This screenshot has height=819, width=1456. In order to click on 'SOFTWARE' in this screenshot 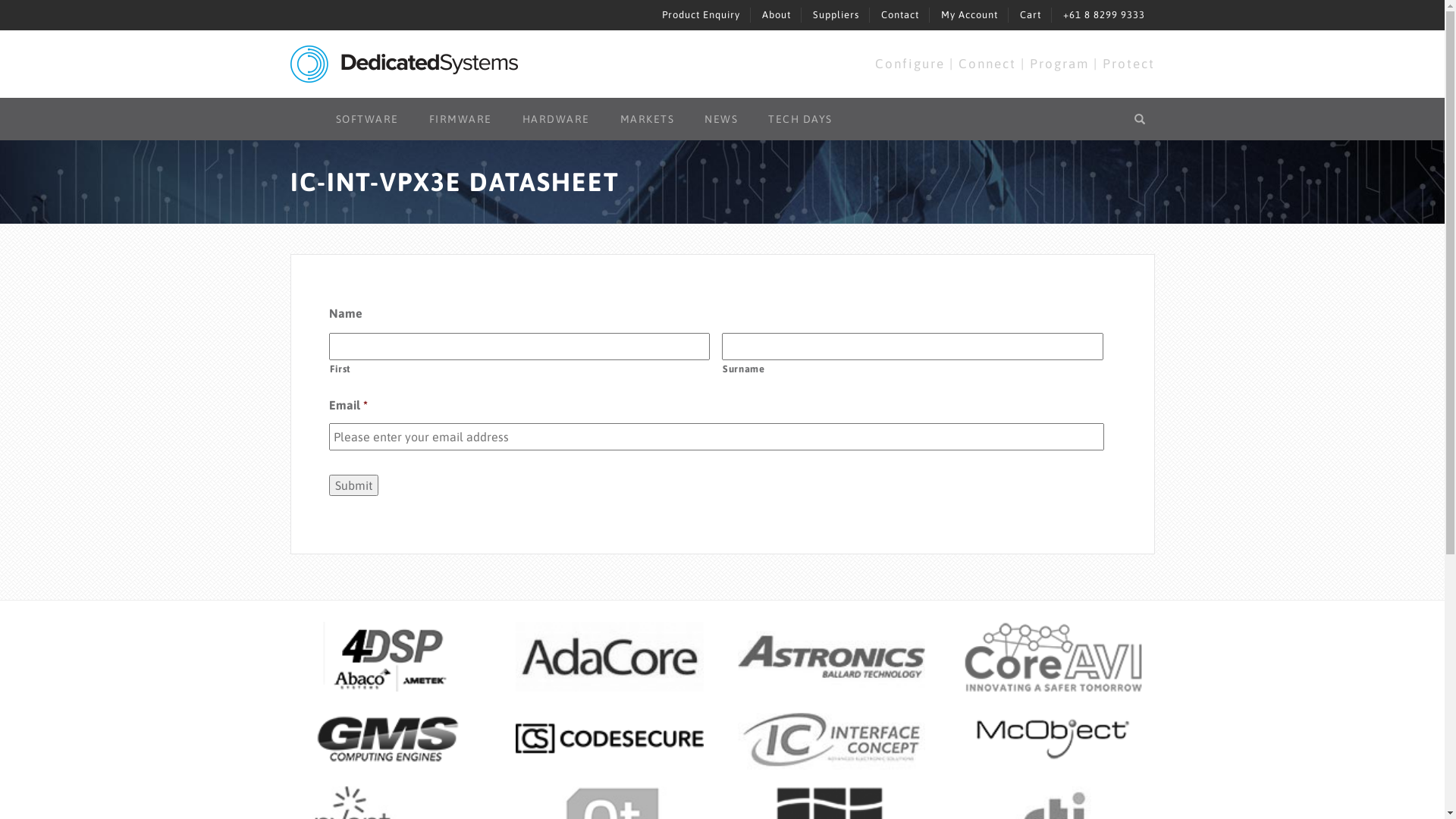, I will do `click(366, 118)`.